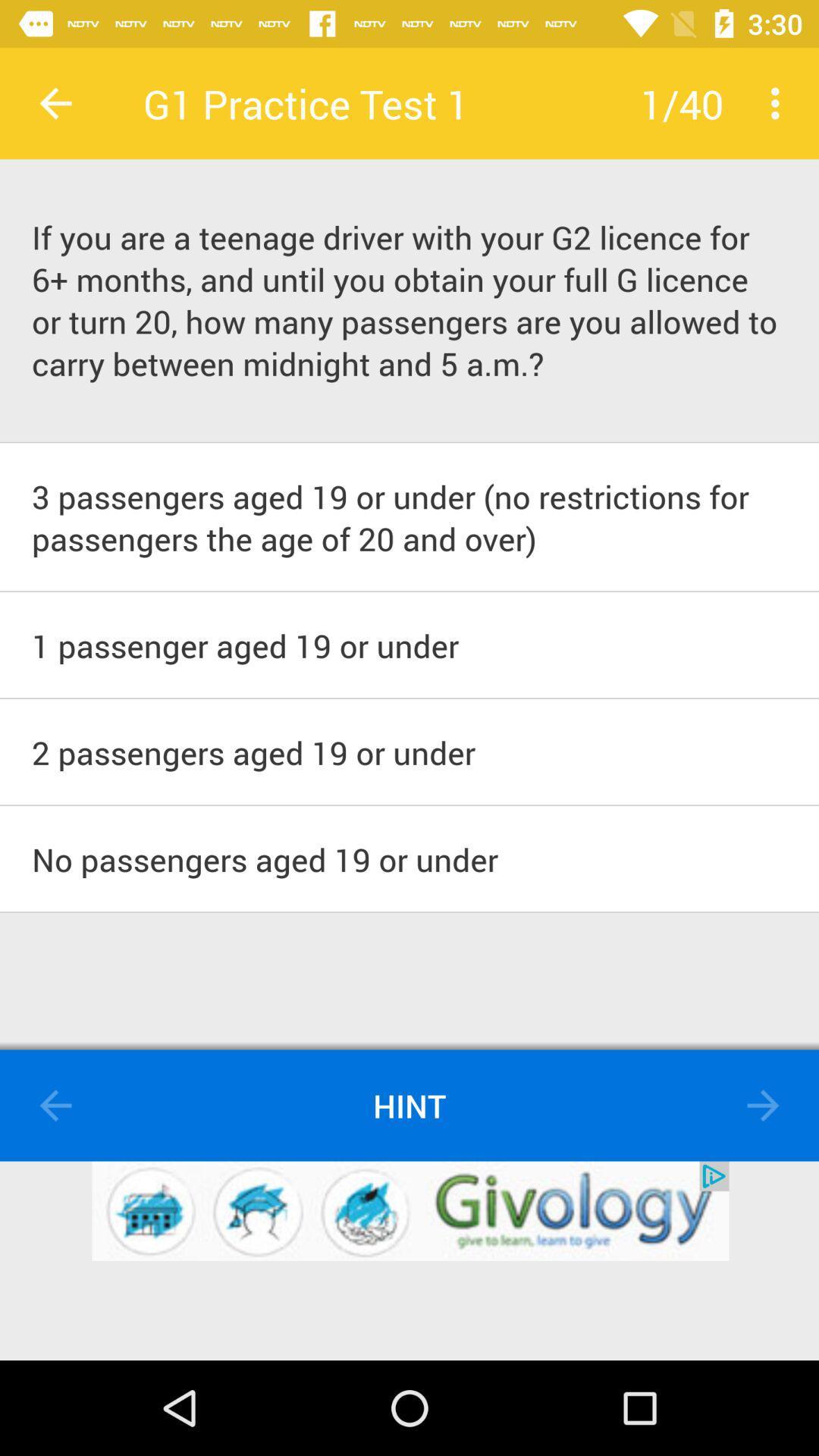 This screenshot has width=819, height=1456. What do you see at coordinates (763, 1106) in the screenshot?
I see `next page` at bounding box center [763, 1106].